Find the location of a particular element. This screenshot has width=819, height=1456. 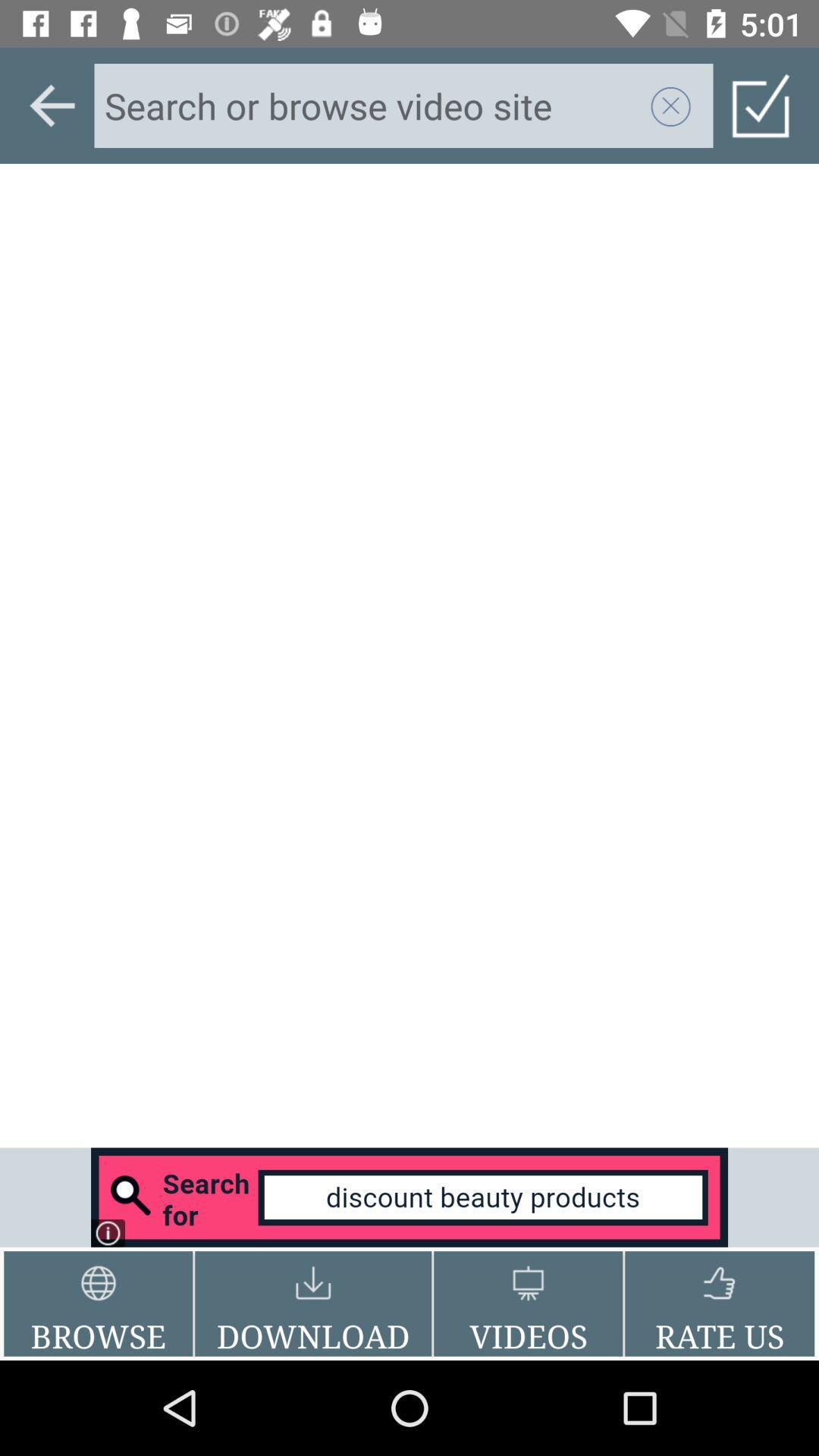

icon next to the download item is located at coordinates (98, 1303).